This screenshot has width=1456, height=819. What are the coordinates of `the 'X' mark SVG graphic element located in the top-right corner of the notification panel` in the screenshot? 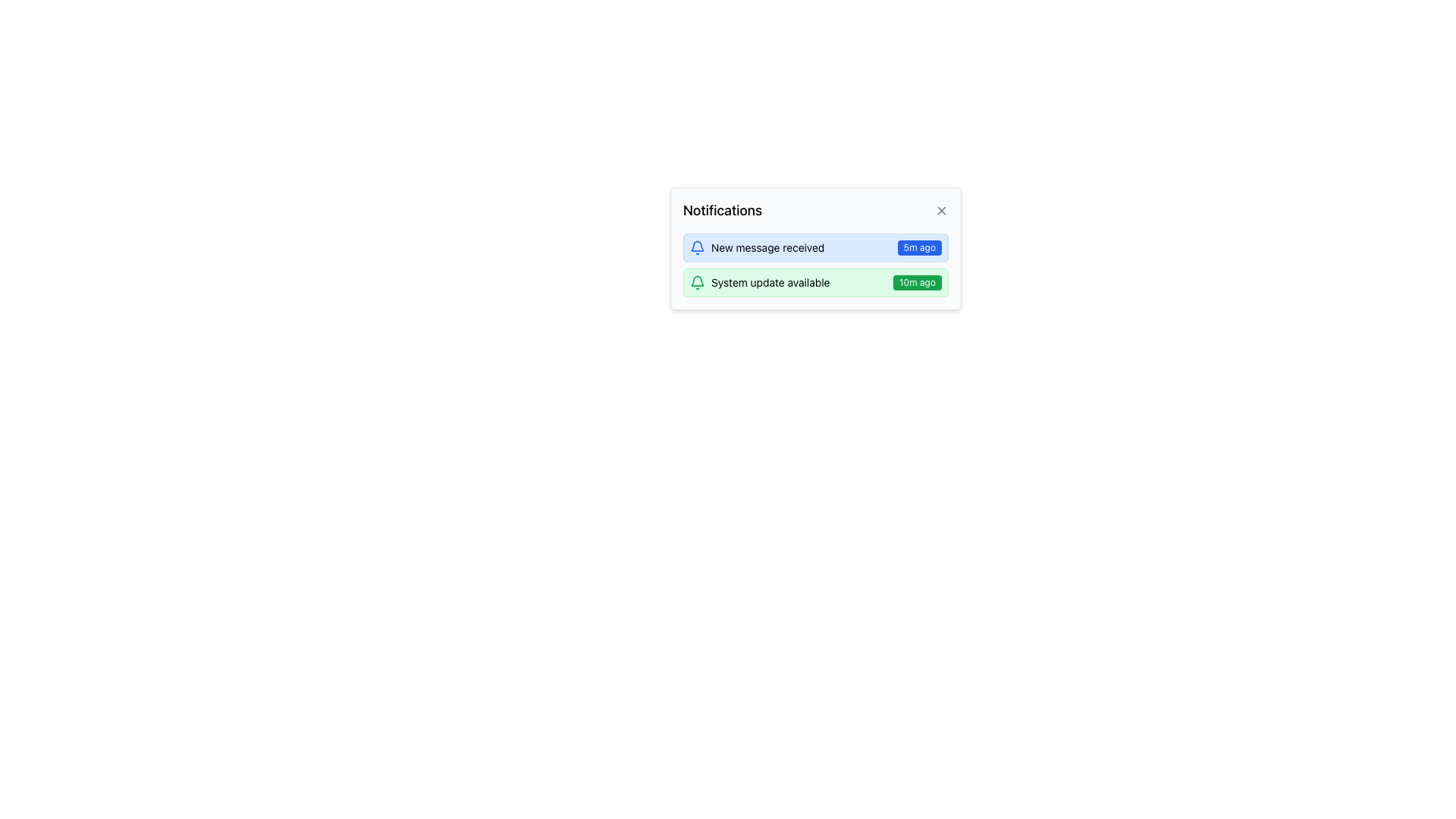 It's located at (941, 210).